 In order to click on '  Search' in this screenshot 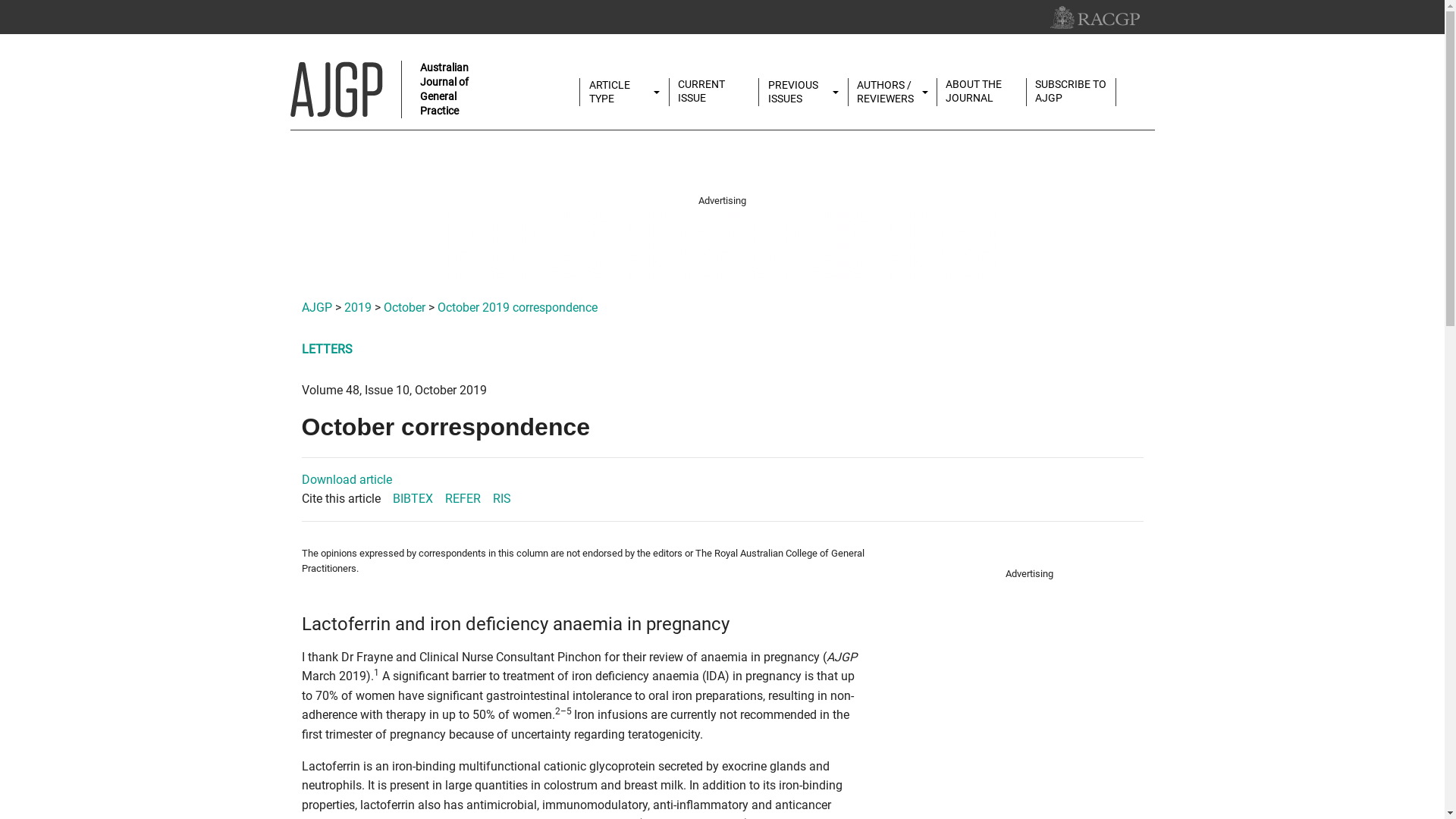, I will do `click(1142, 85)`.